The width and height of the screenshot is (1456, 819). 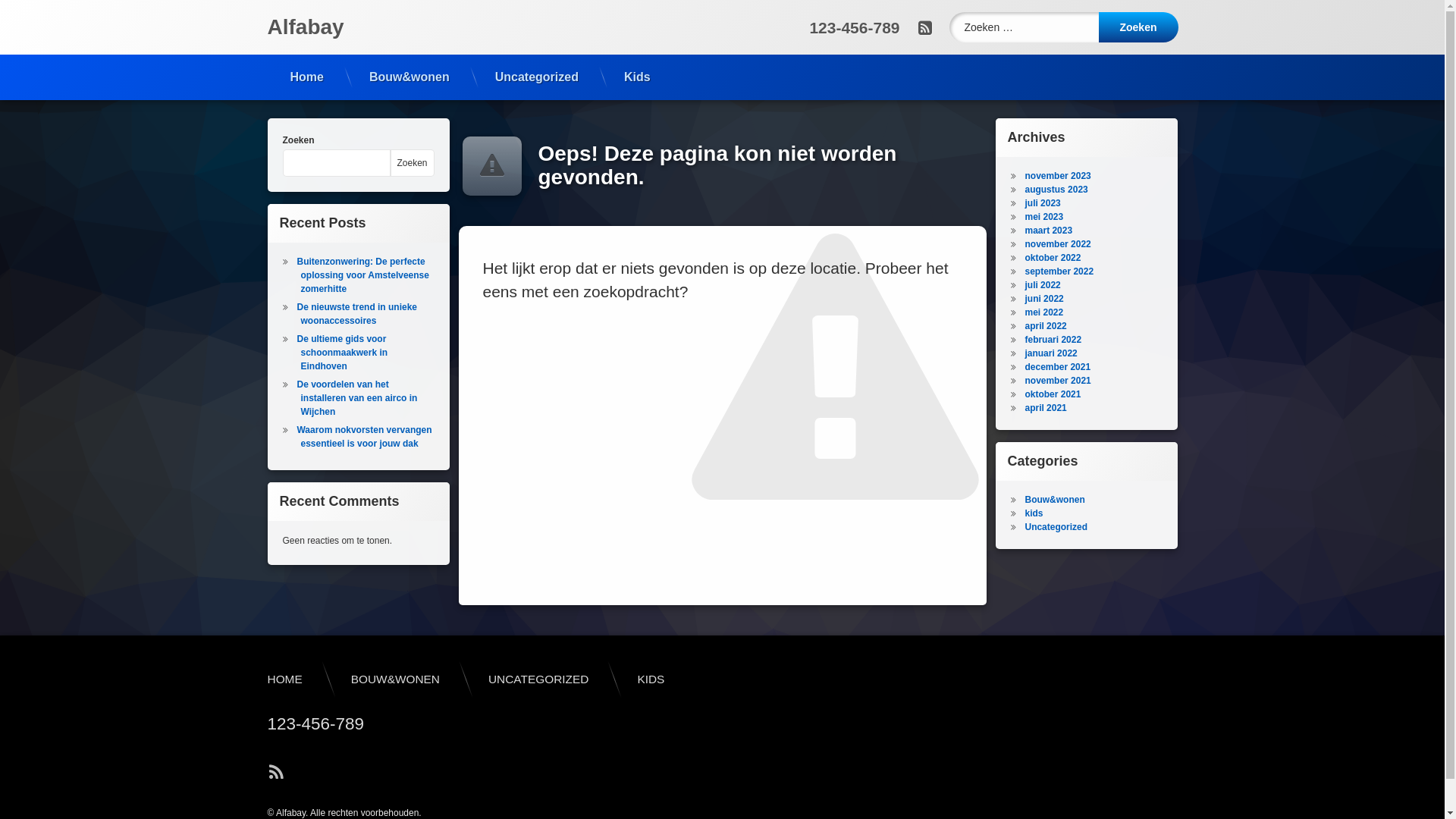 What do you see at coordinates (1041, 202) in the screenshot?
I see `'juli 2023'` at bounding box center [1041, 202].